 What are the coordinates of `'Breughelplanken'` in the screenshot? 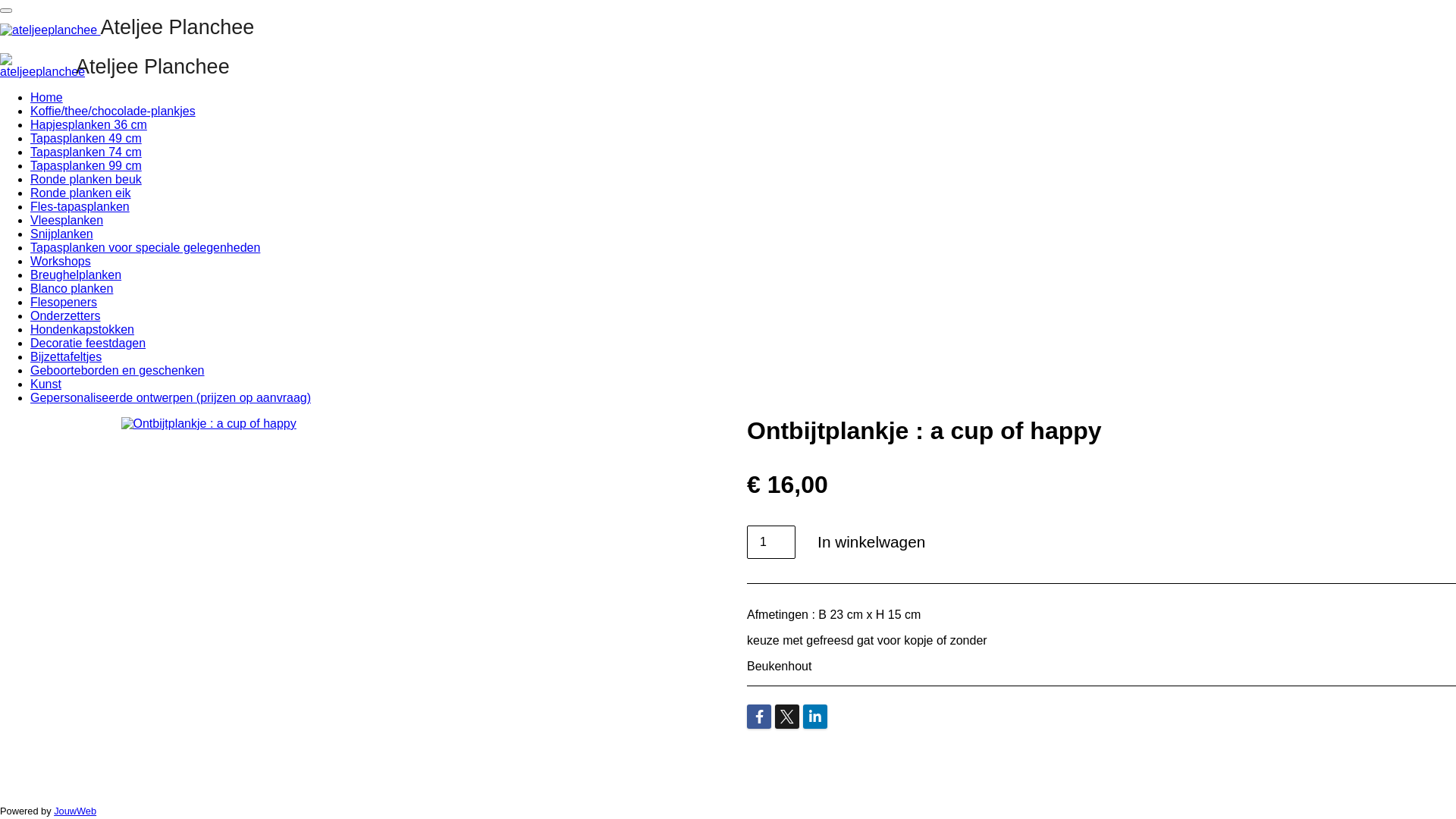 It's located at (75, 275).